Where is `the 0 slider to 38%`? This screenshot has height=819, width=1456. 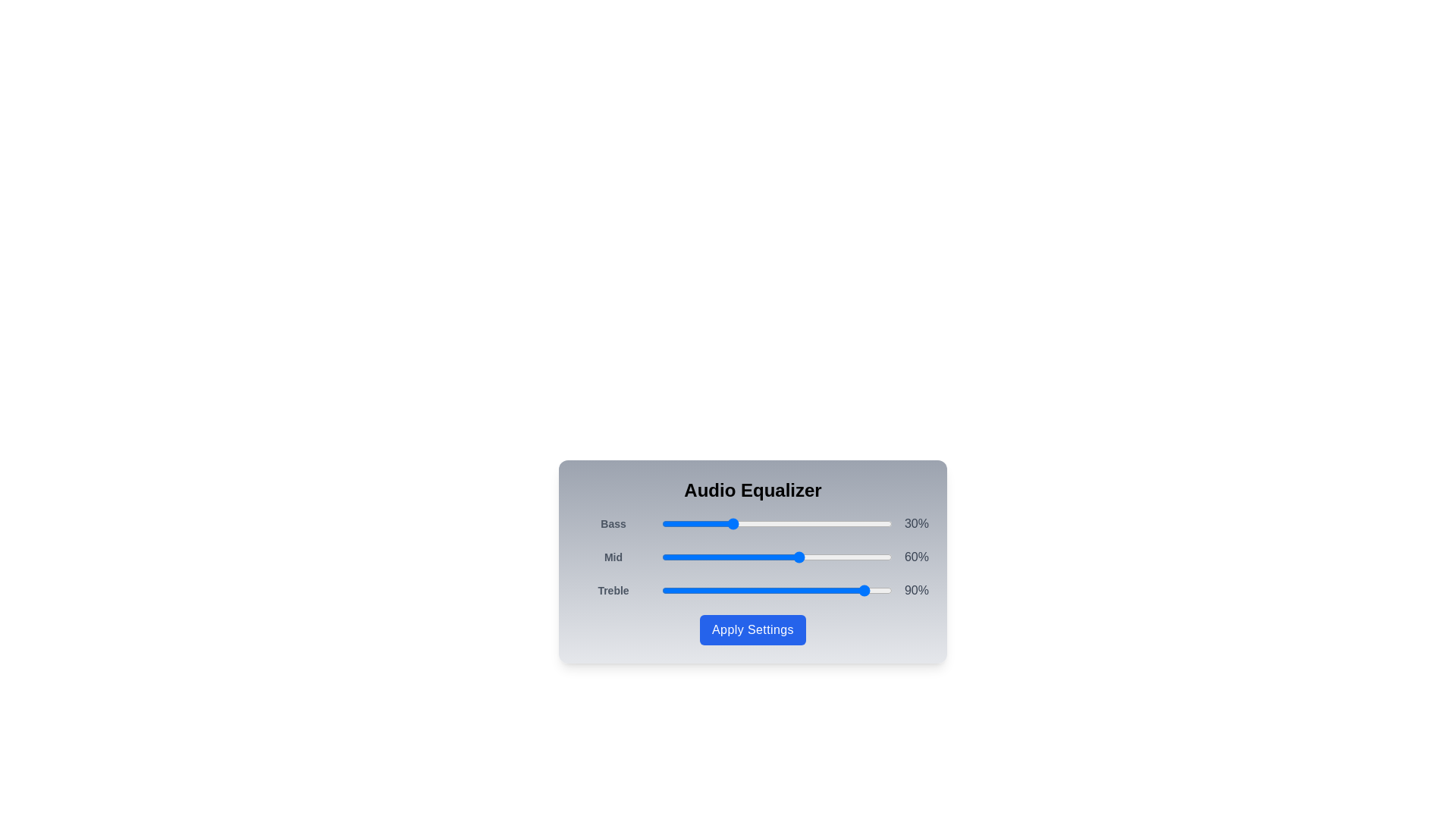 the 0 slider to 38% is located at coordinates (749, 522).